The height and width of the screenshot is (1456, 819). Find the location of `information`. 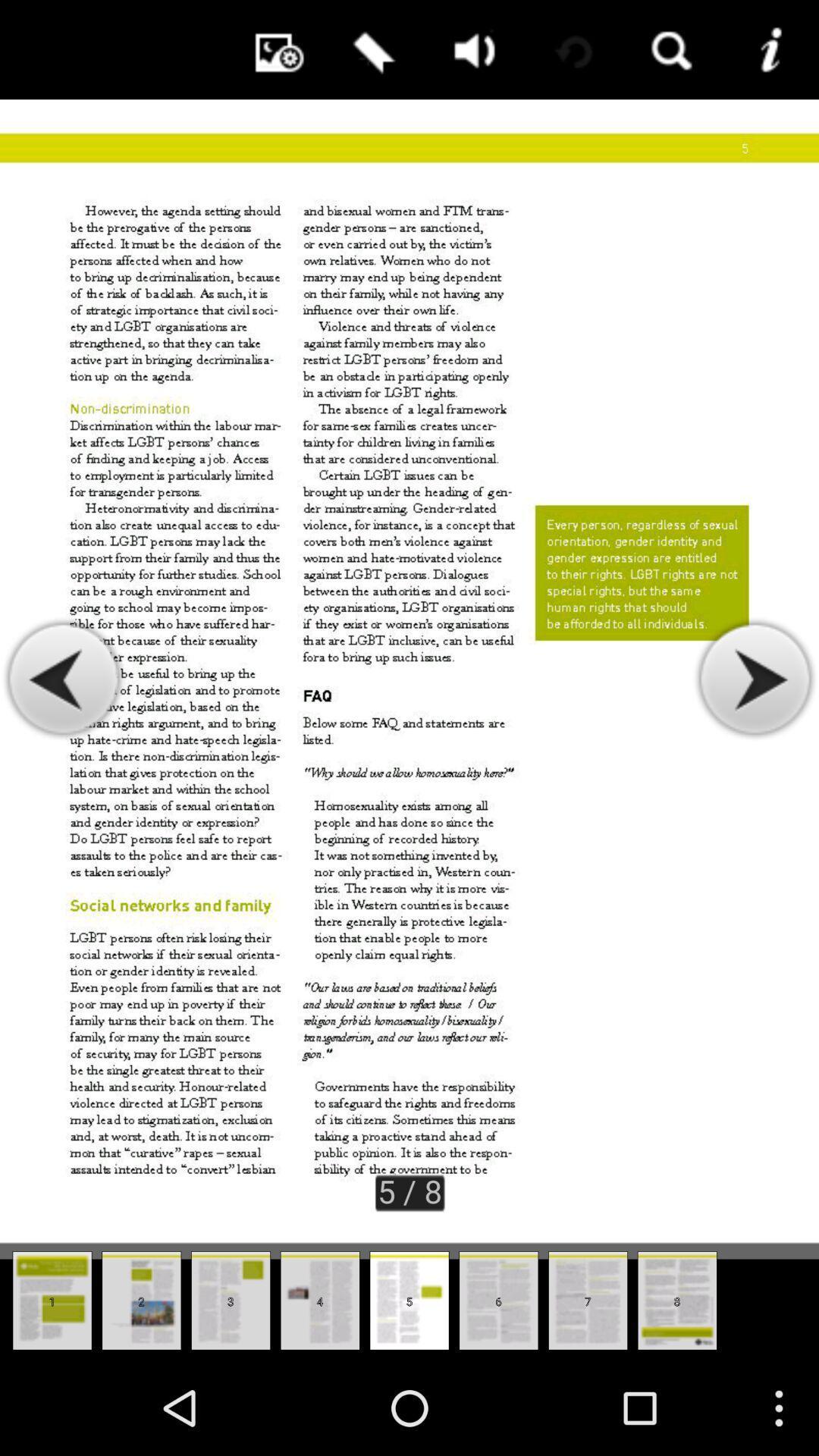

information is located at coordinates (769, 49).